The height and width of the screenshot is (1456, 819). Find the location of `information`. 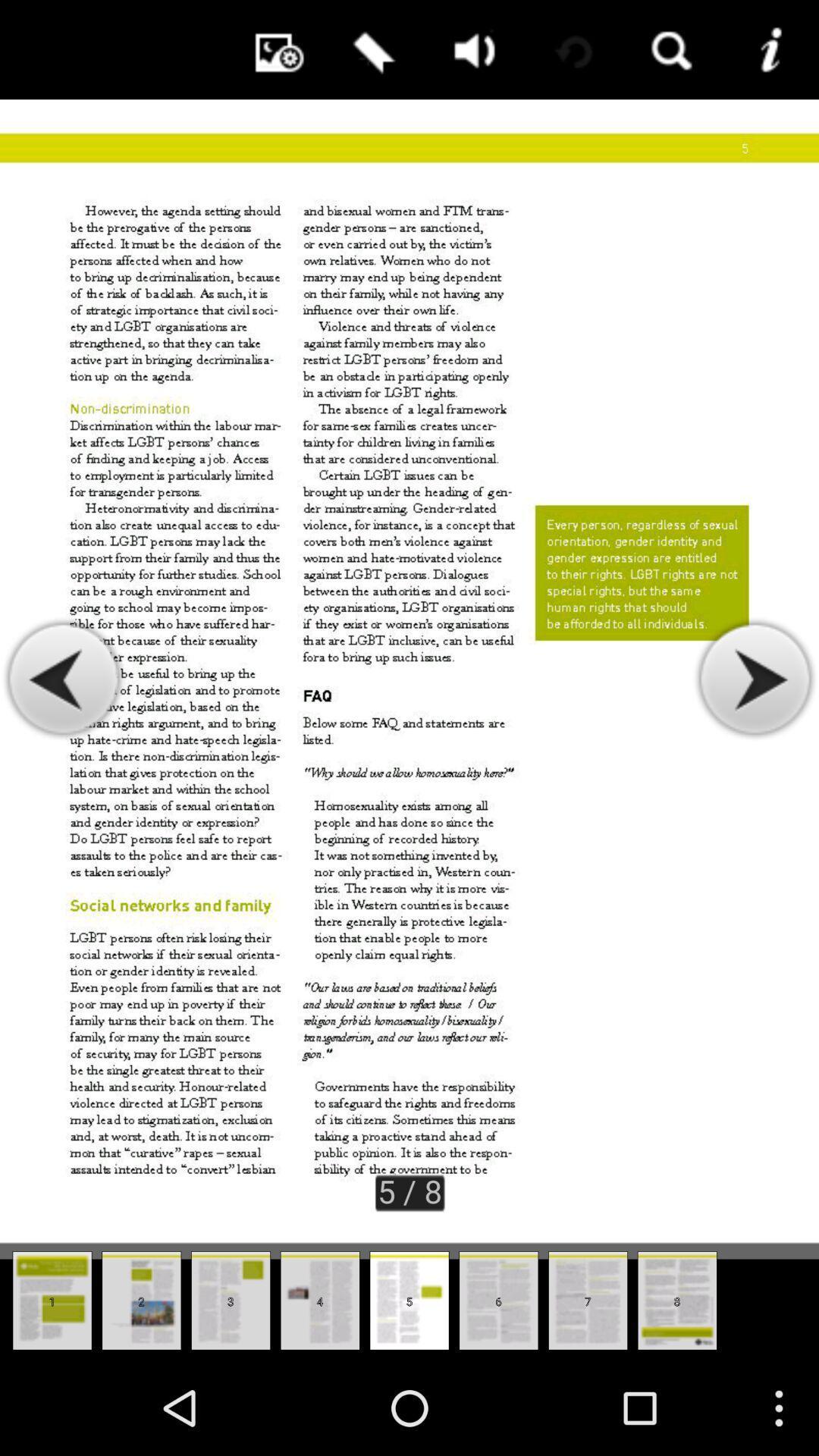

information is located at coordinates (769, 49).